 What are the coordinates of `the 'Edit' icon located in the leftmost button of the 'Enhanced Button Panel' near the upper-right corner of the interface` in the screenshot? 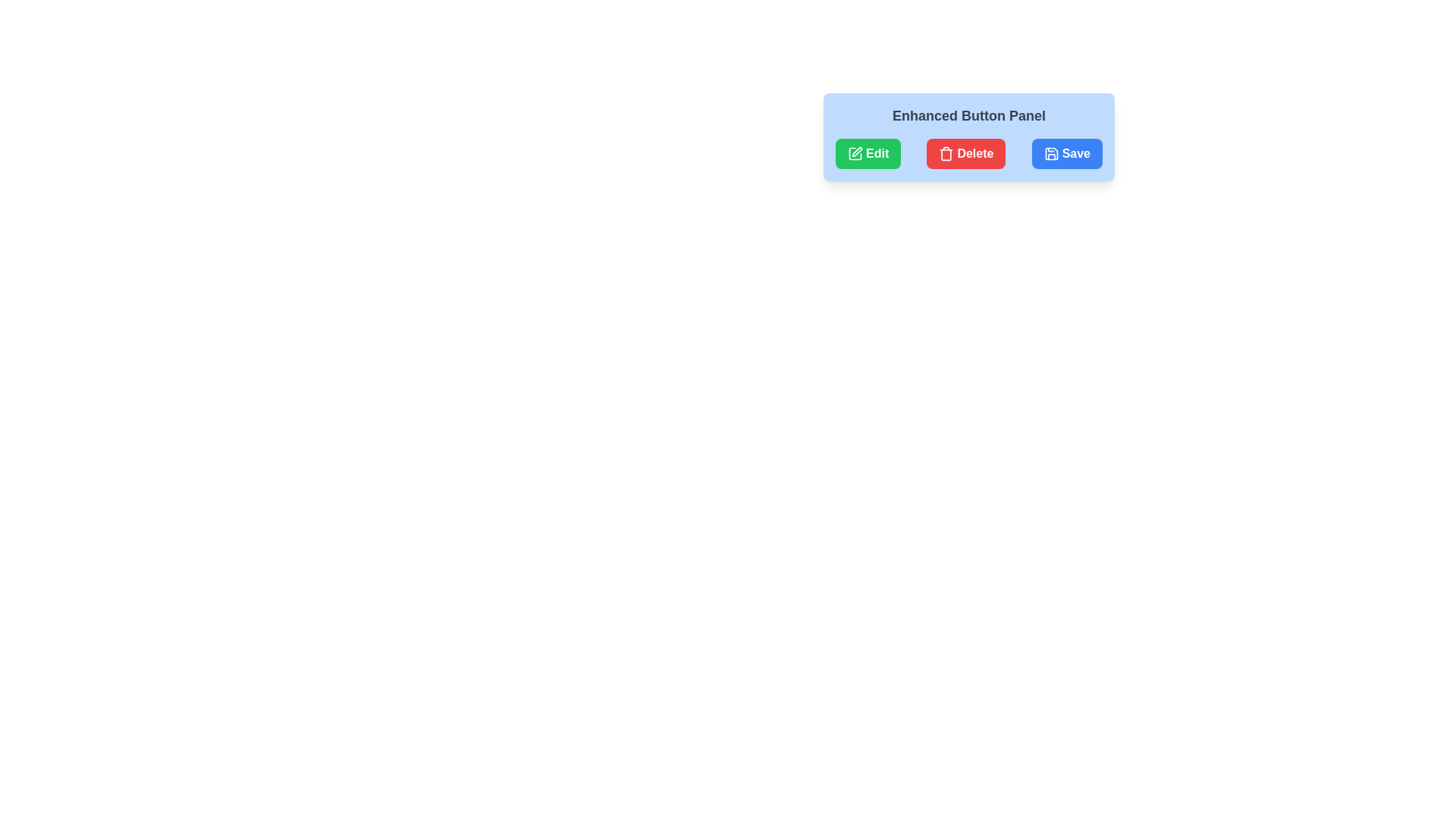 It's located at (857, 152).